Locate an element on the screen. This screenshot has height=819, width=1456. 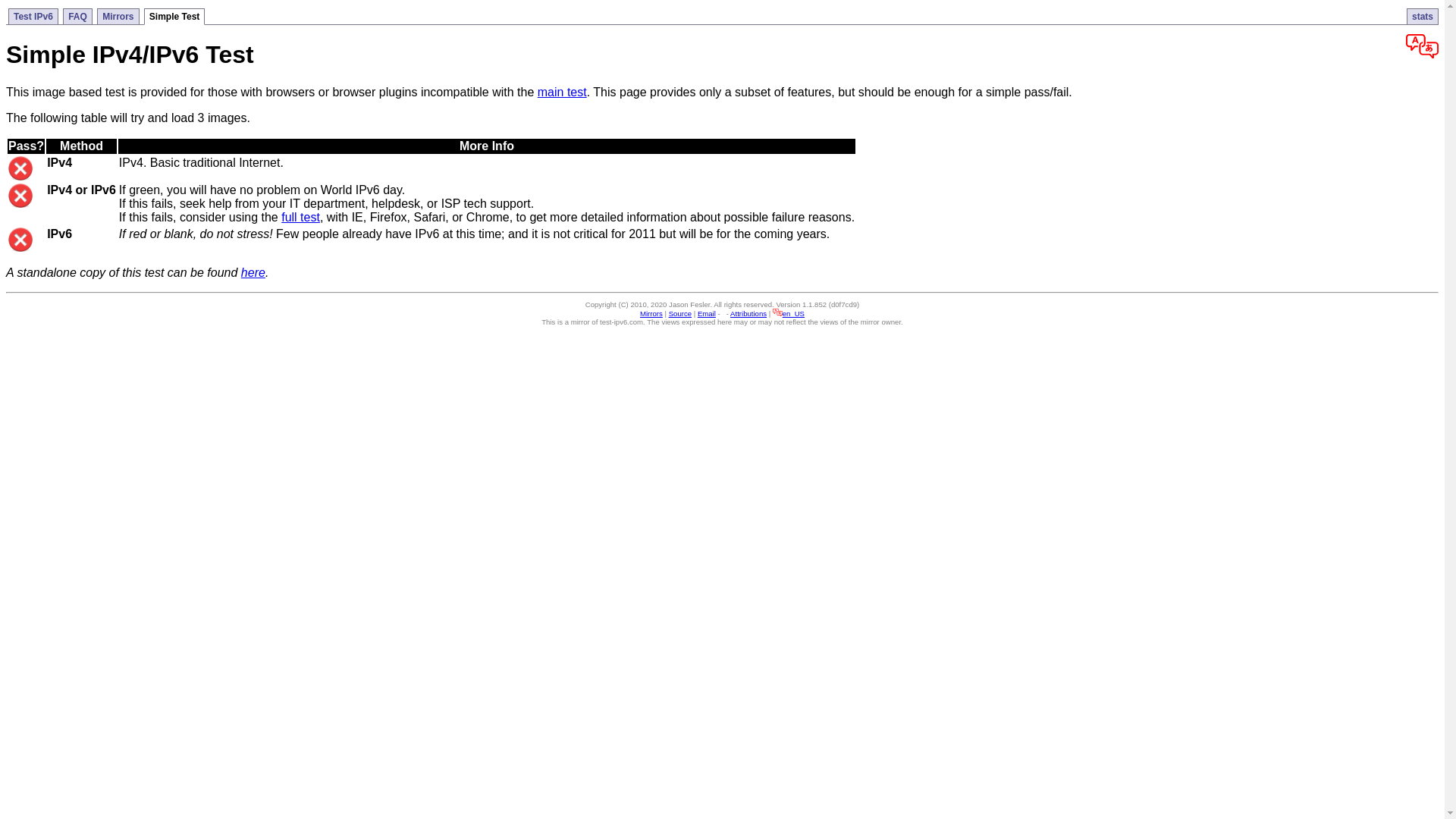
'Test IPv6' is located at coordinates (33, 16).